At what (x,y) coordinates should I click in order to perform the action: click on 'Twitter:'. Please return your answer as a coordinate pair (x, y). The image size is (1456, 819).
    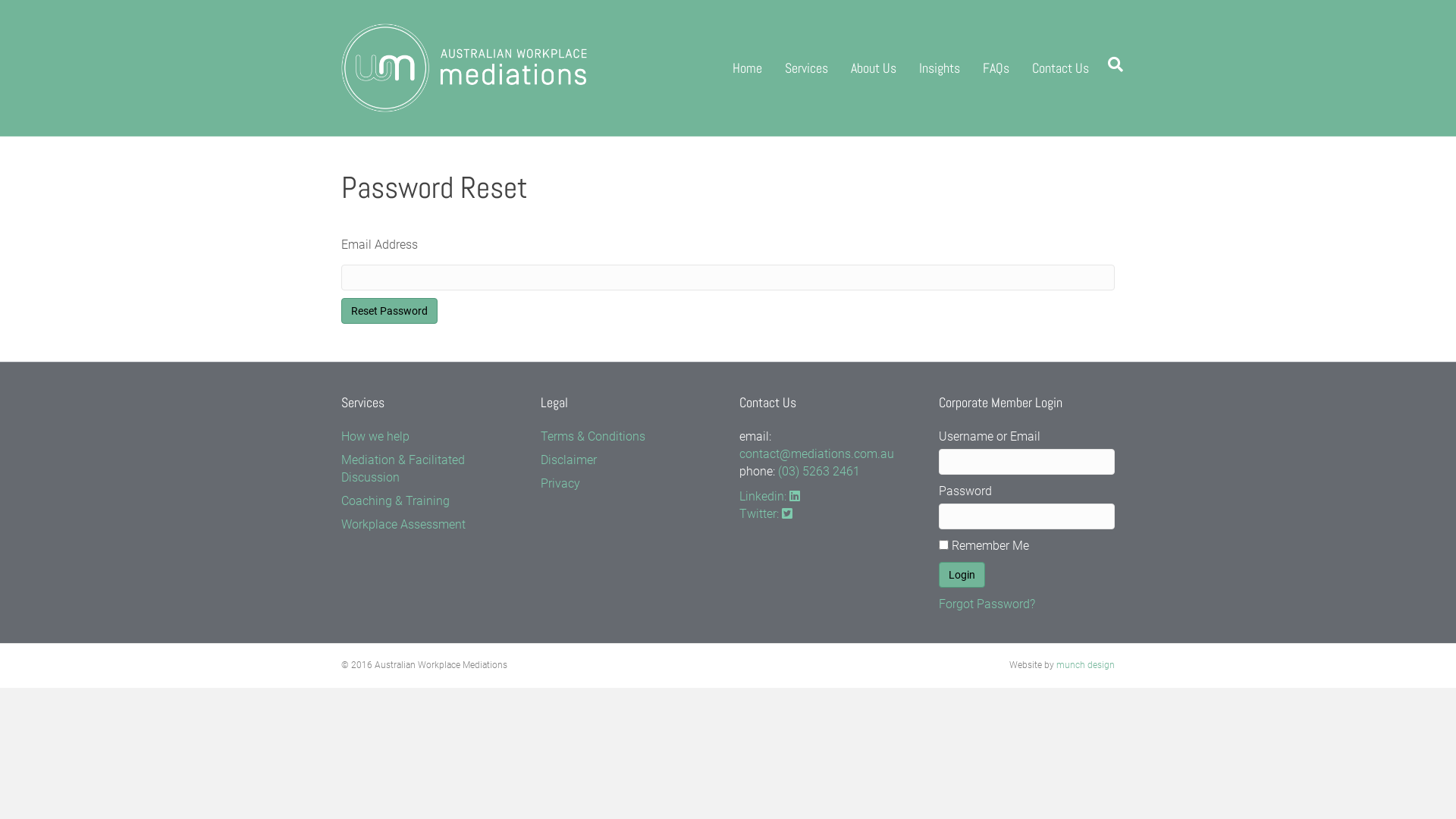
    Looking at the image, I should click on (765, 513).